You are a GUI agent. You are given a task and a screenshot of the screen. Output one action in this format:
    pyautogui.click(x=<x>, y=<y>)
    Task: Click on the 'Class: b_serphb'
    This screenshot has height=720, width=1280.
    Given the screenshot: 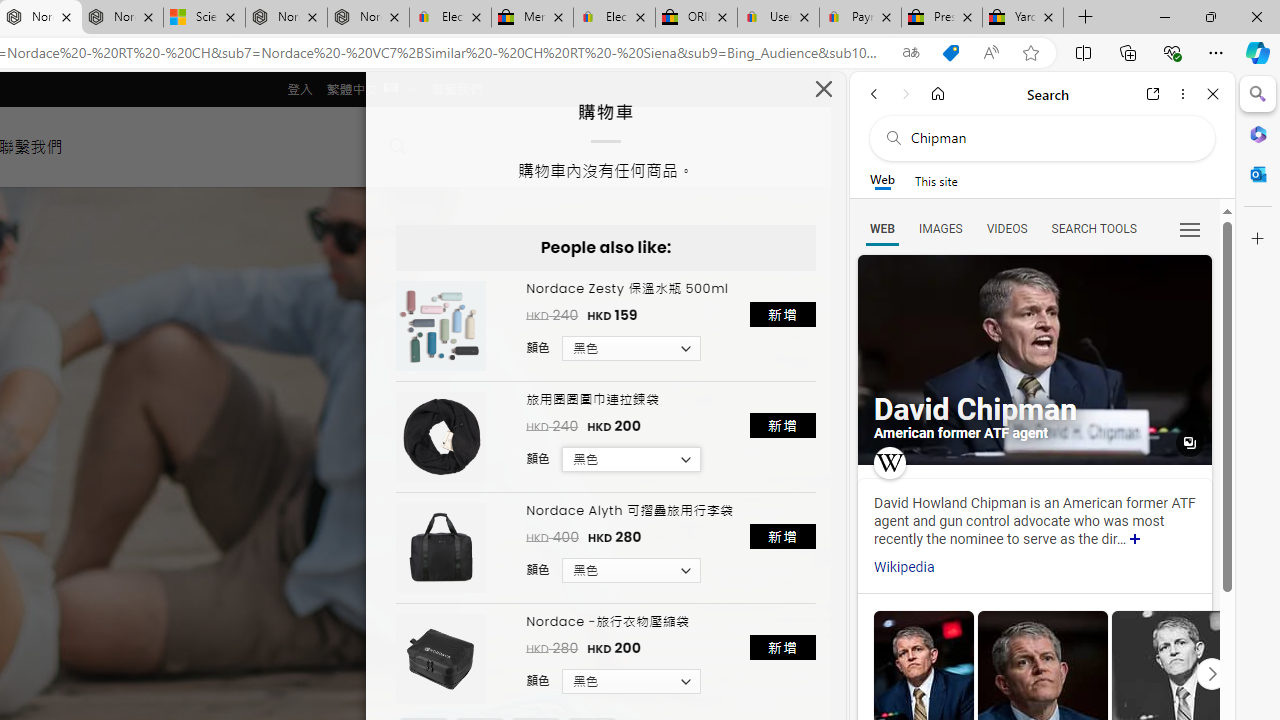 What is the action you would take?
    pyautogui.click(x=1190, y=229)
    